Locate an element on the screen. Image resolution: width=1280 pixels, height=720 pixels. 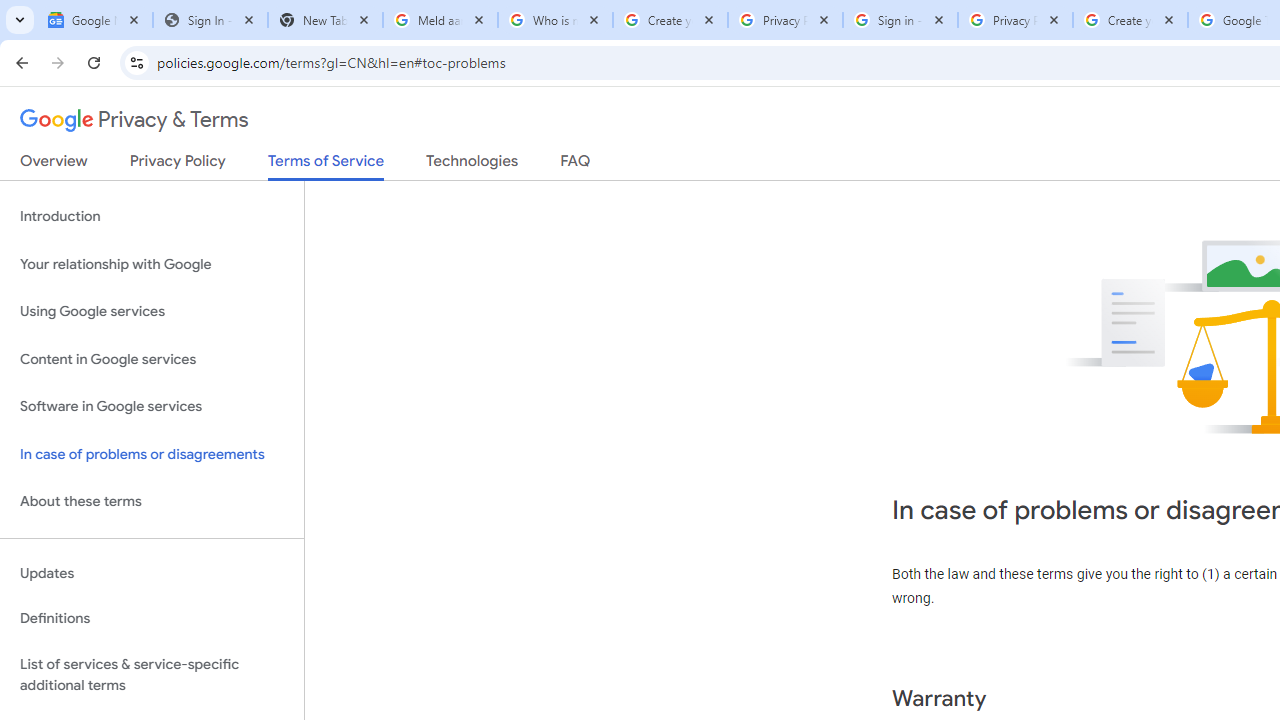
'Sign in - Google Accounts' is located at coordinates (899, 20).